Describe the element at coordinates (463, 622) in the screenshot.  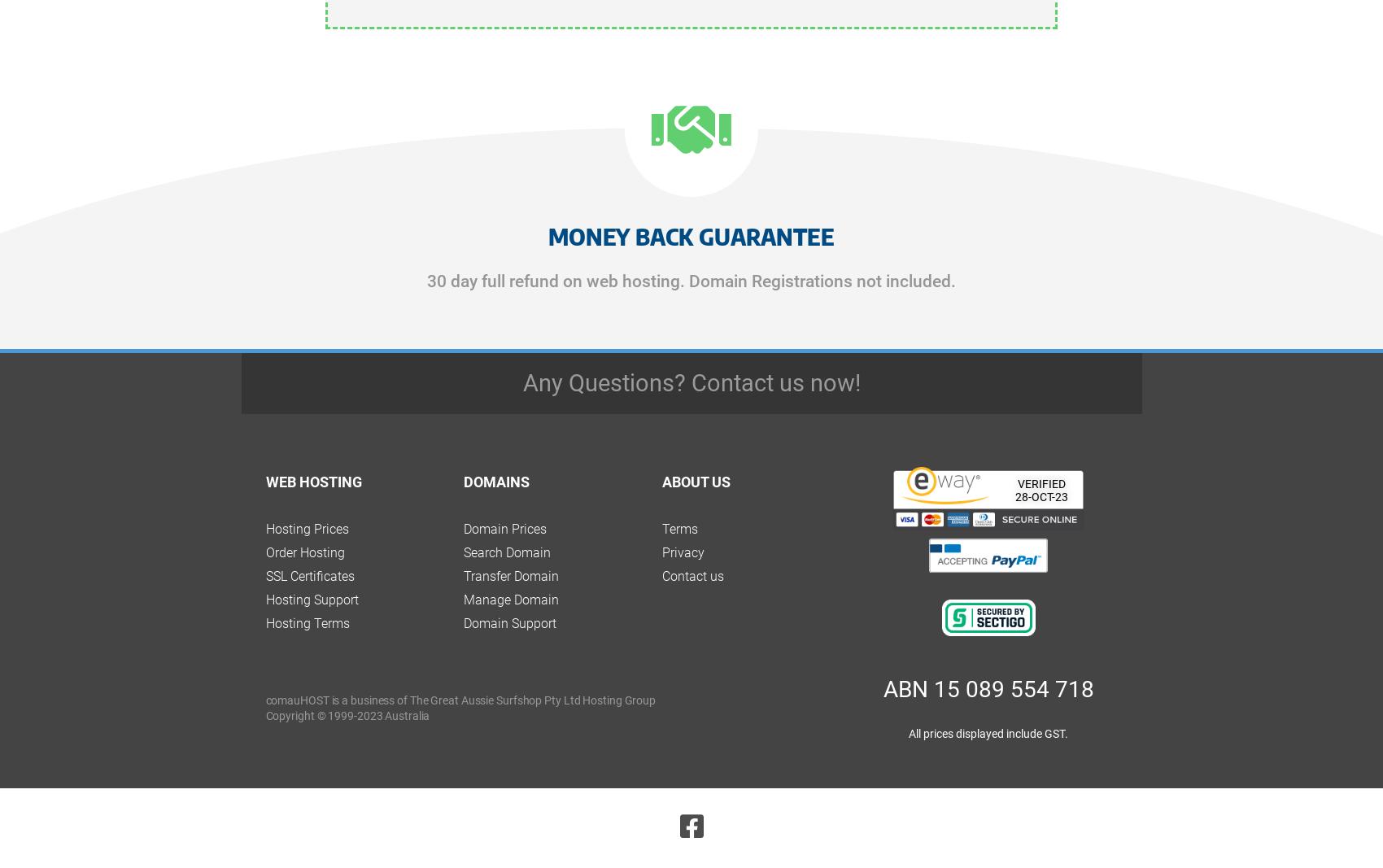
I see `'Domain Support'` at that location.